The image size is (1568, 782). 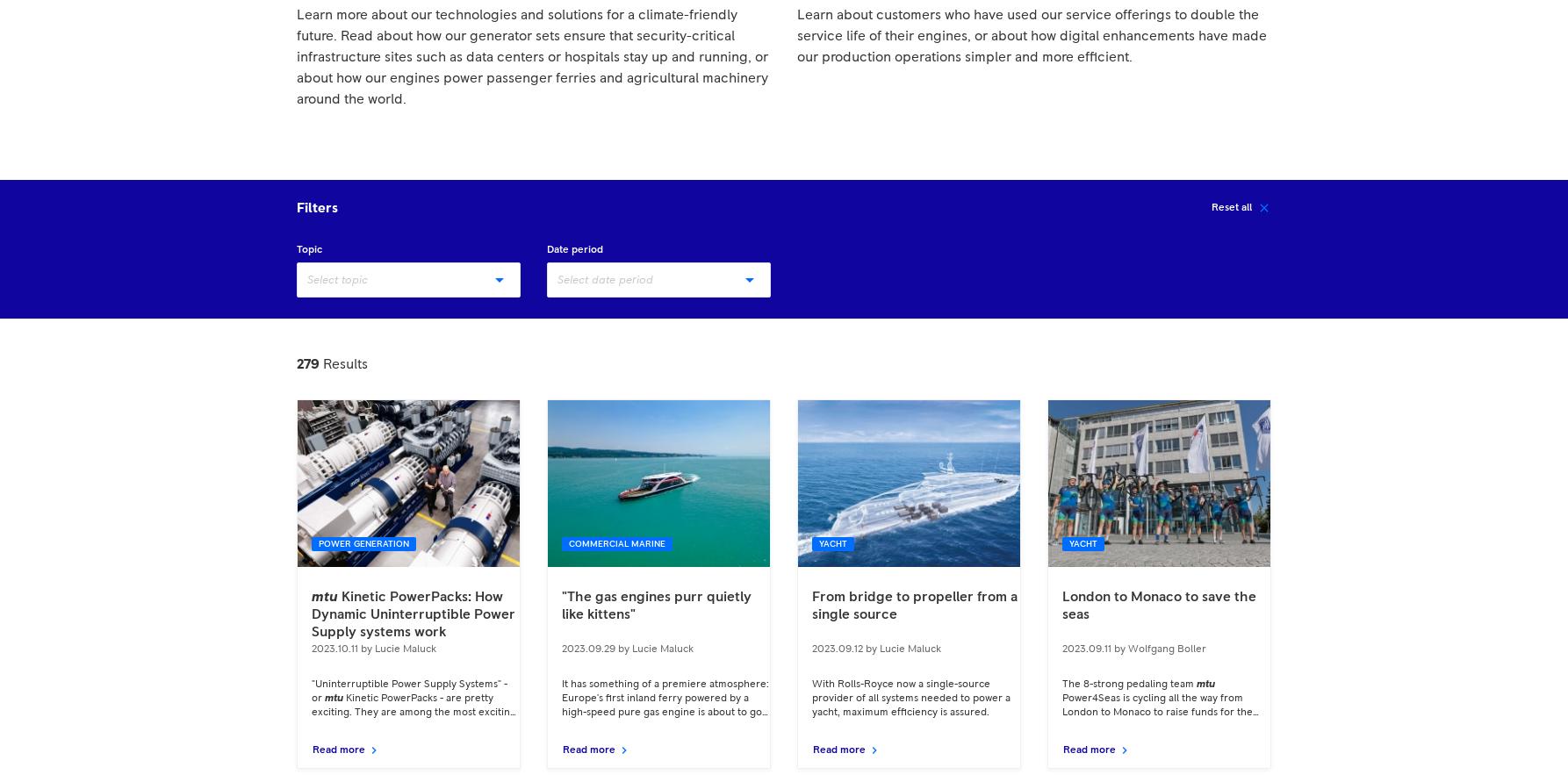 I want to click on '279', so click(x=307, y=364).